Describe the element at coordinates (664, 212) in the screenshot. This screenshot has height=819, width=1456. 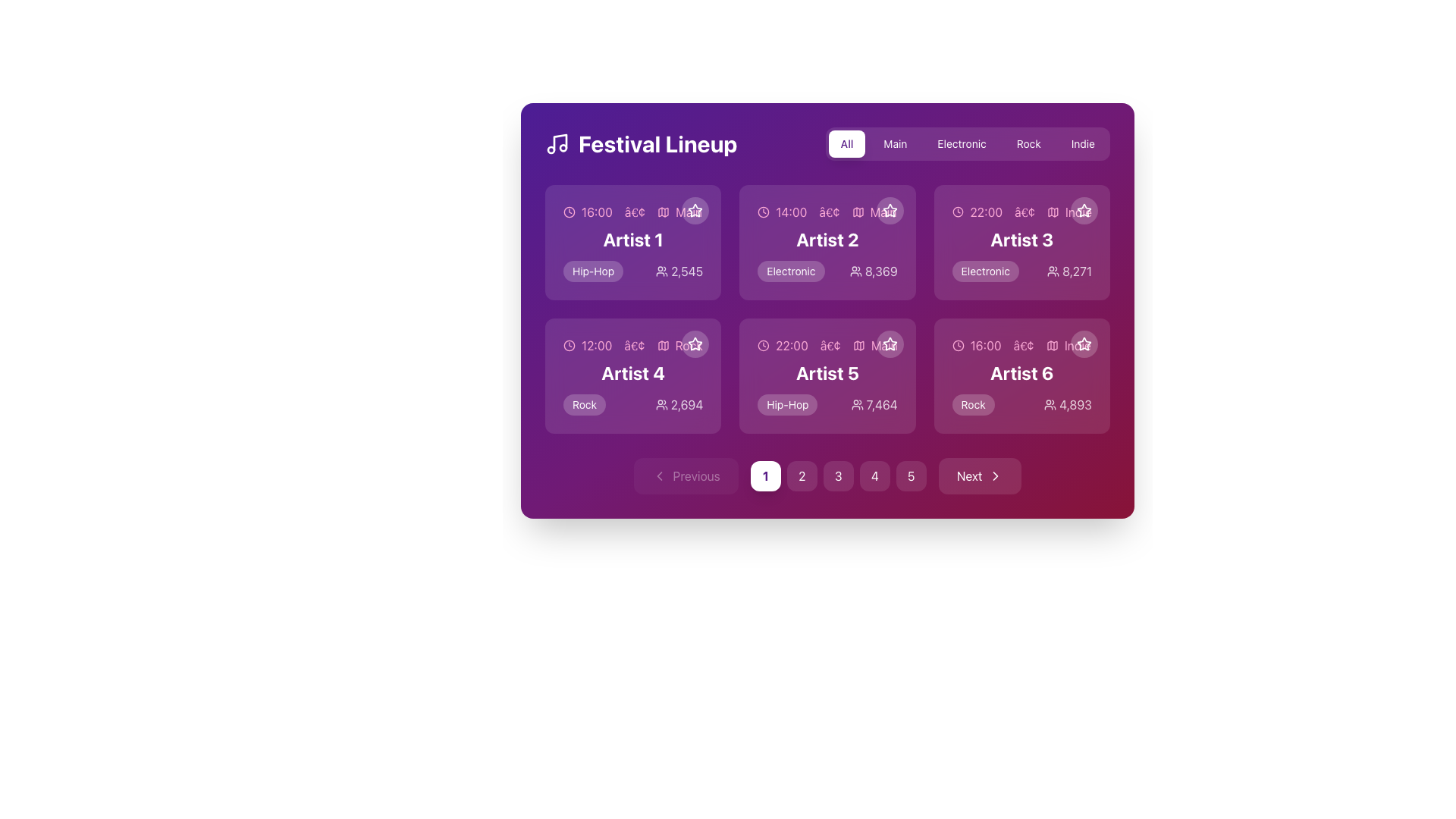
I see `the map icon styled as a small square symbol with a map diagram inside, located to the right of the textual label '16:00•main'` at that location.